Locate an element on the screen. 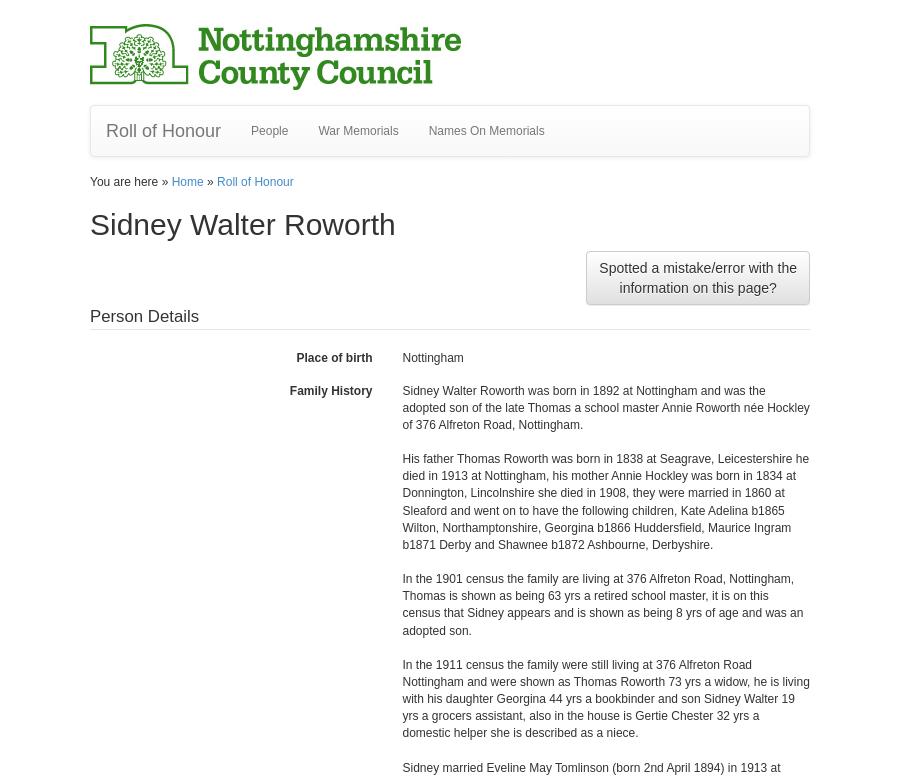 The height and width of the screenshot is (776, 900). 'Family History' is located at coordinates (287, 390).